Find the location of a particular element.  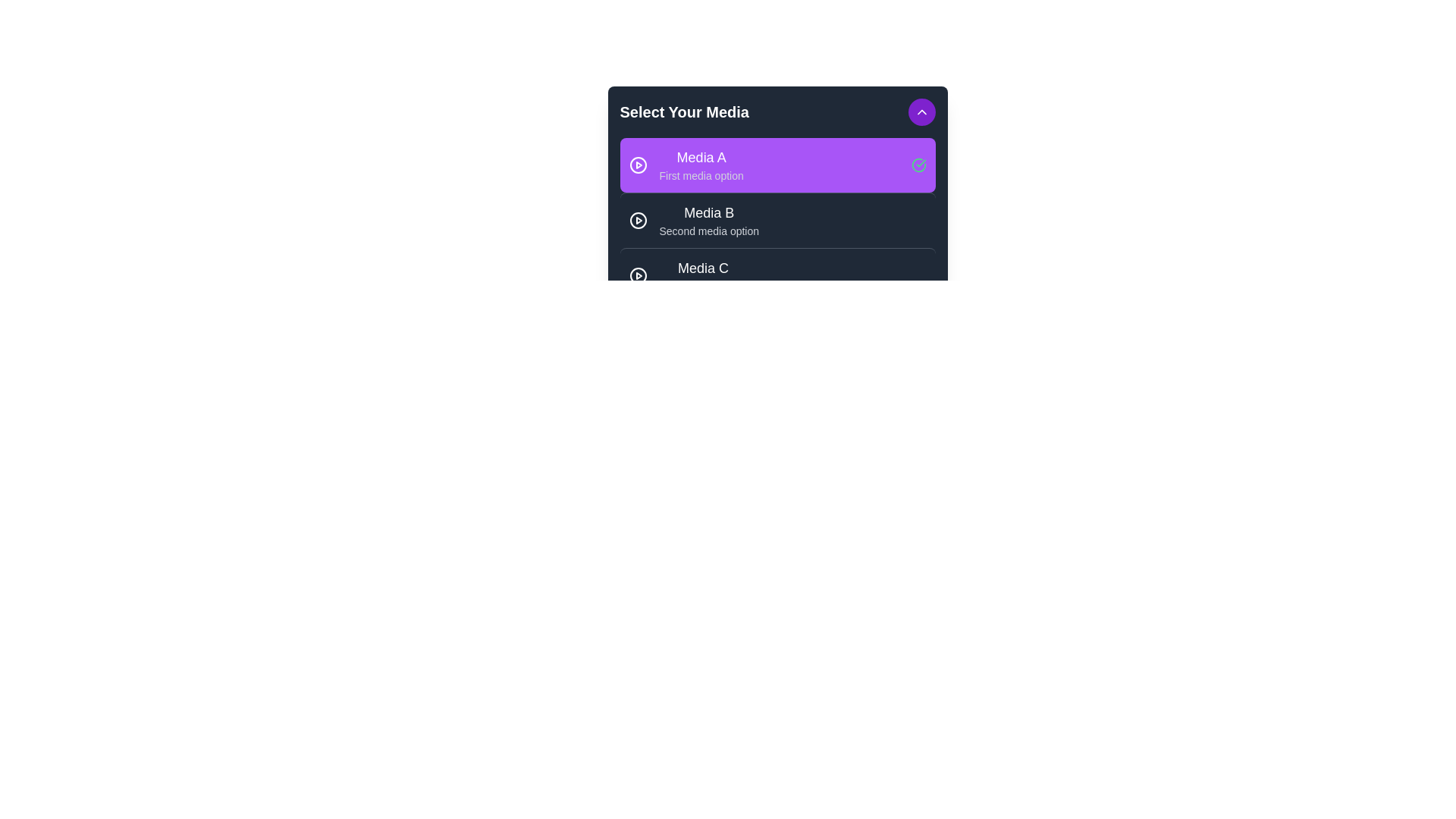

the media option Media B from the list is located at coordinates (777, 220).